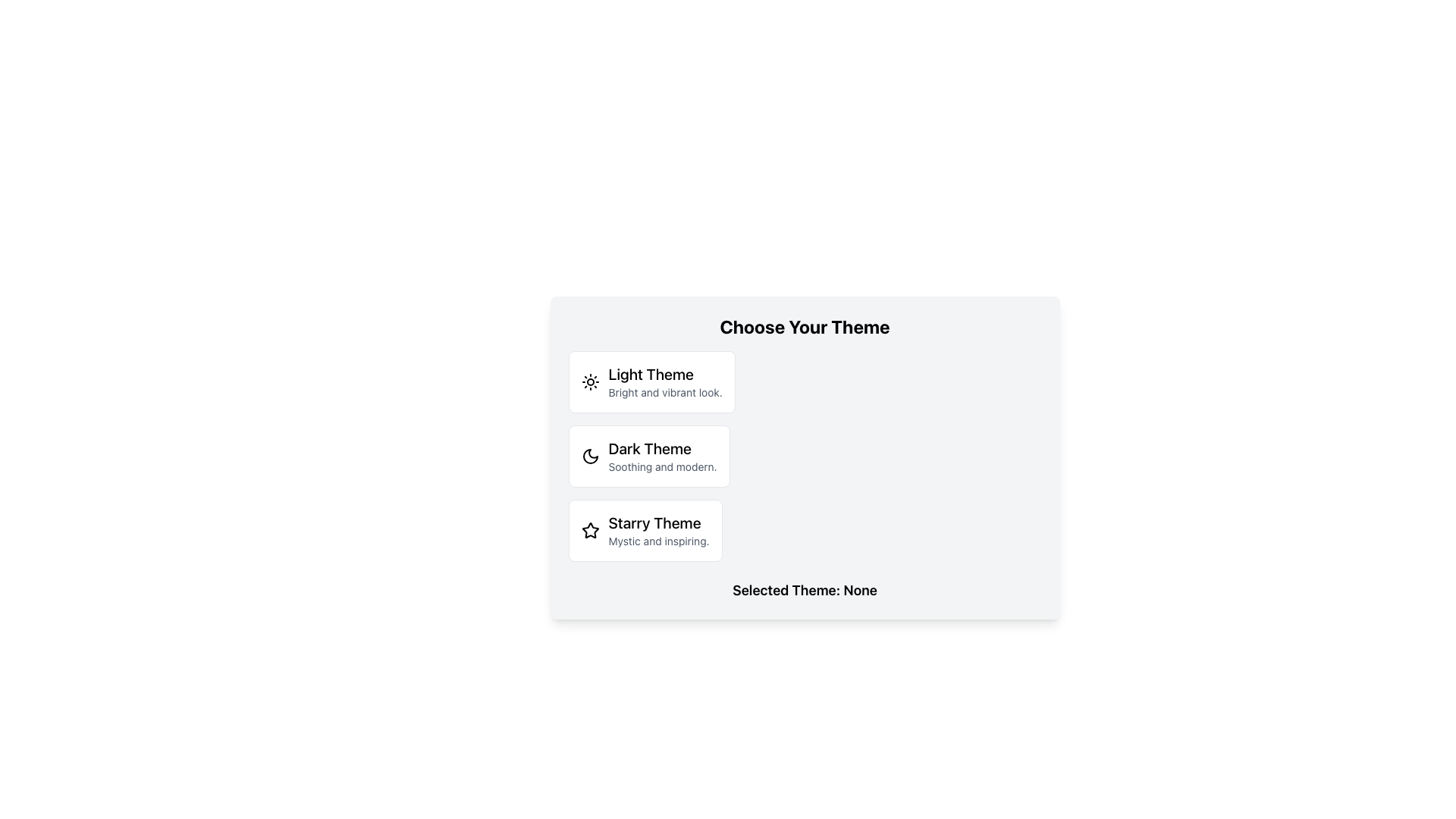 This screenshot has height=819, width=1456. What do you see at coordinates (665, 374) in the screenshot?
I see `the 'Light Theme' text label, which is styled with a larger and bold font and positioned above the descriptive text 'Bright and vibrant look.'` at bounding box center [665, 374].